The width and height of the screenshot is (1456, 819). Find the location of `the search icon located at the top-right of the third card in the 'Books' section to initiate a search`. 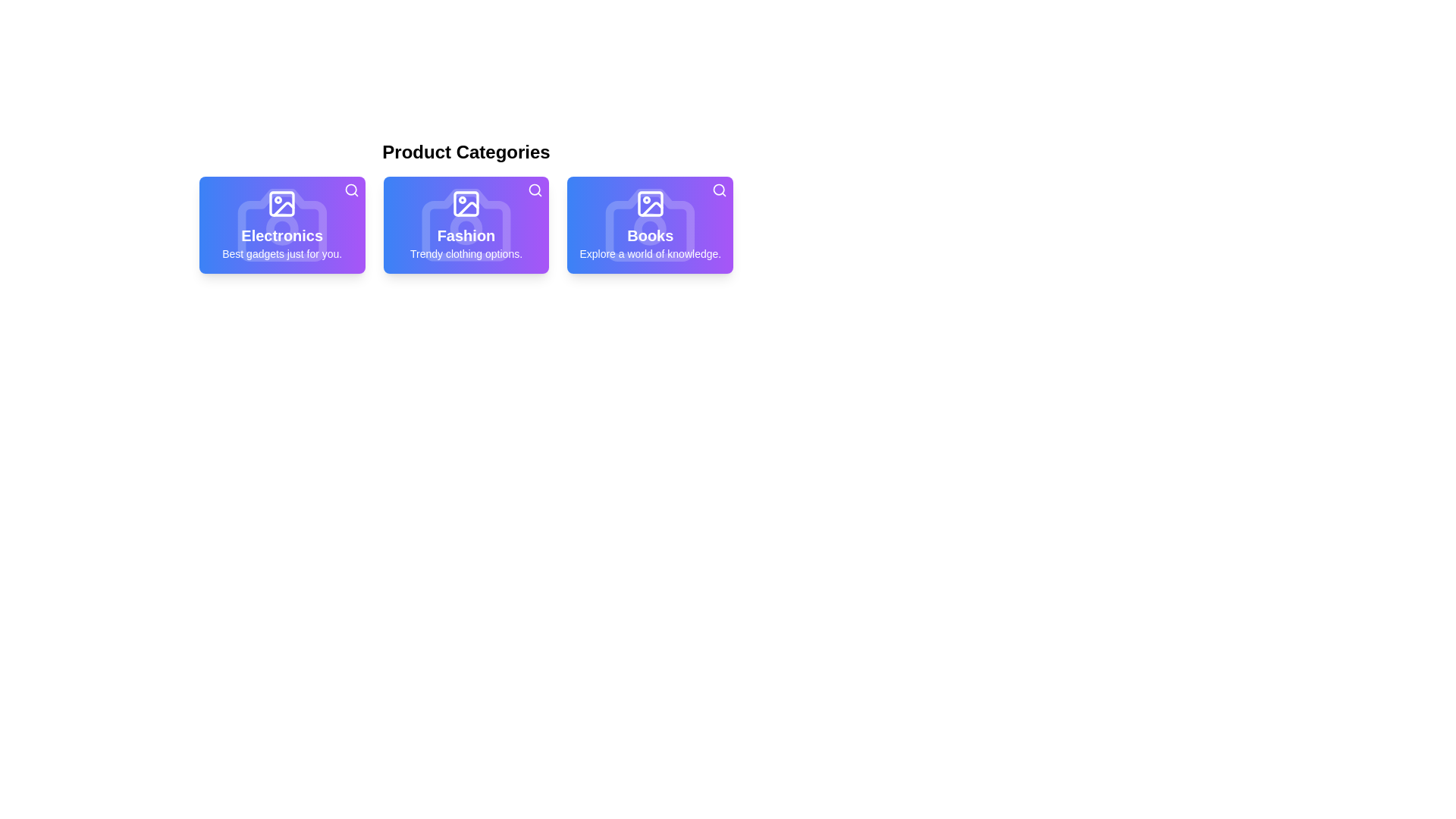

the search icon located at the top-right of the third card in the 'Books' section to initiate a search is located at coordinates (719, 189).